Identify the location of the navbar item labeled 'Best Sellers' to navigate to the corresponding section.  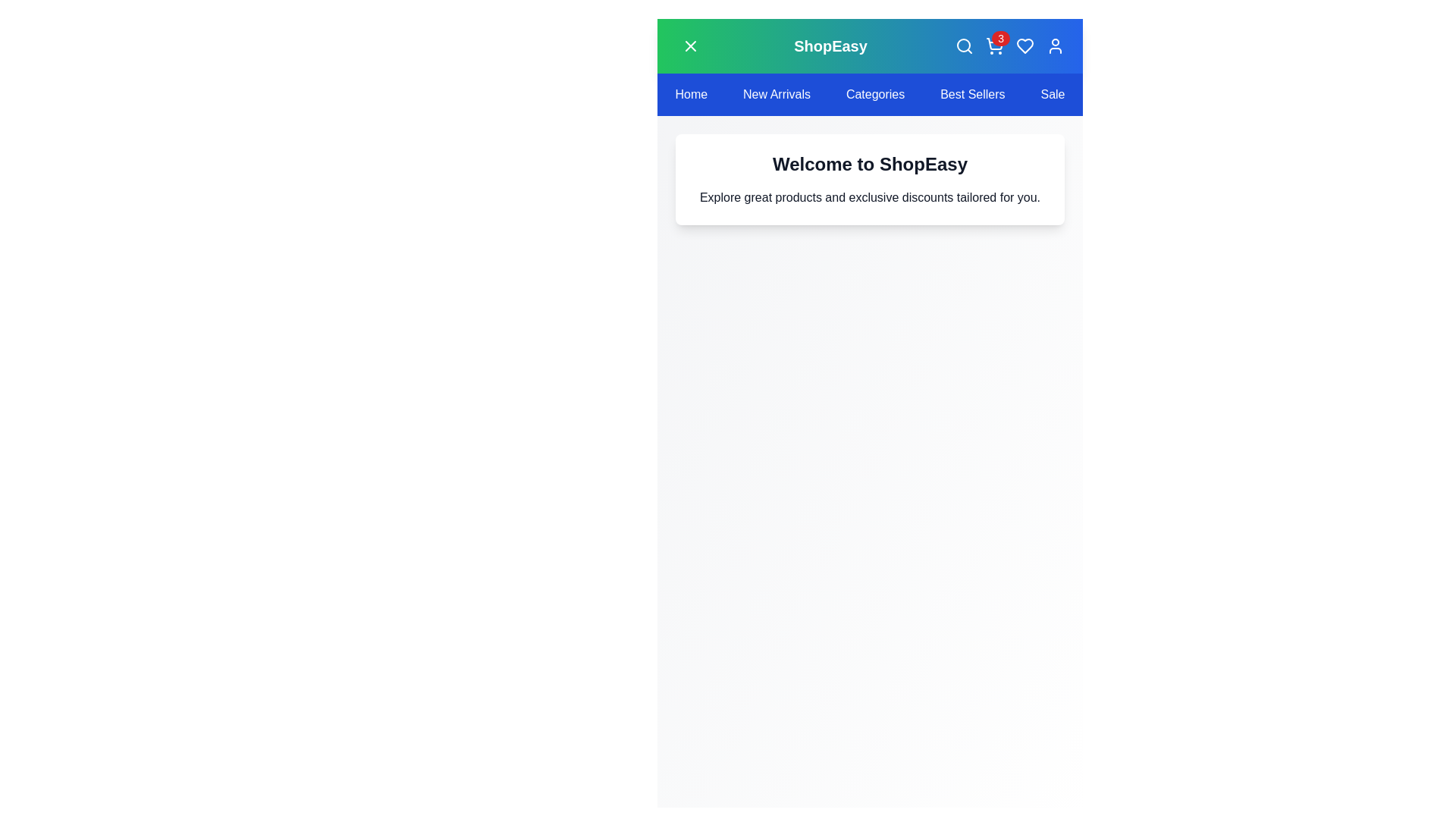
(972, 94).